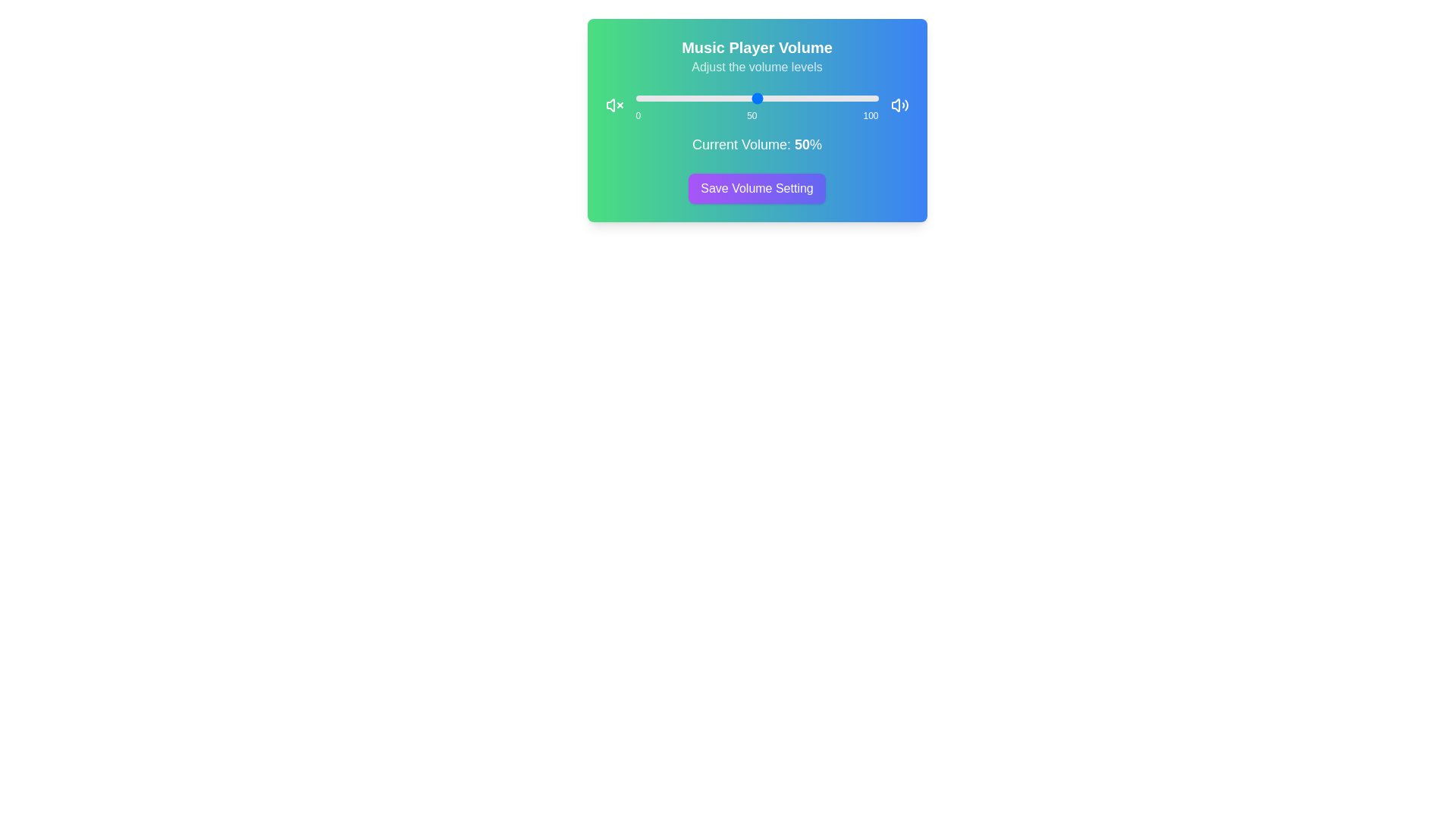 The width and height of the screenshot is (1456, 819). What do you see at coordinates (635, 99) in the screenshot?
I see `the slider to set the volume to 0%` at bounding box center [635, 99].